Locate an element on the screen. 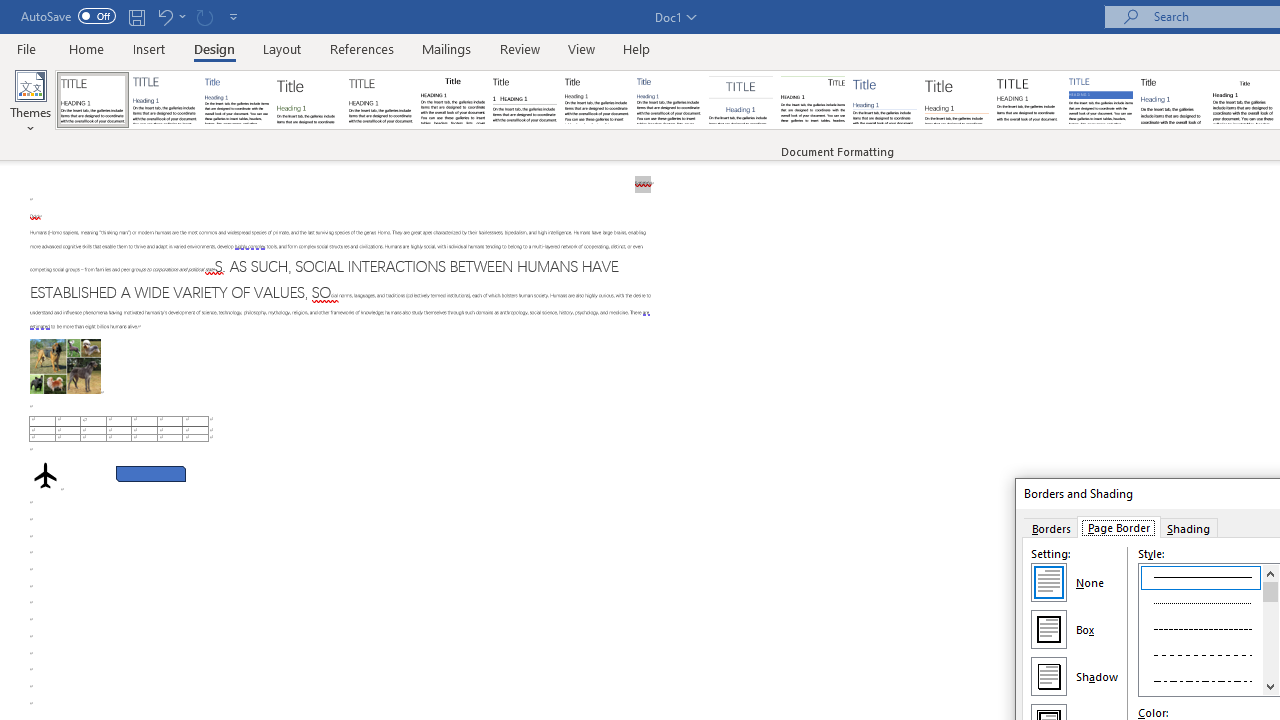 The width and height of the screenshot is (1280, 720). 'Line down' is located at coordinates (1269, 685).